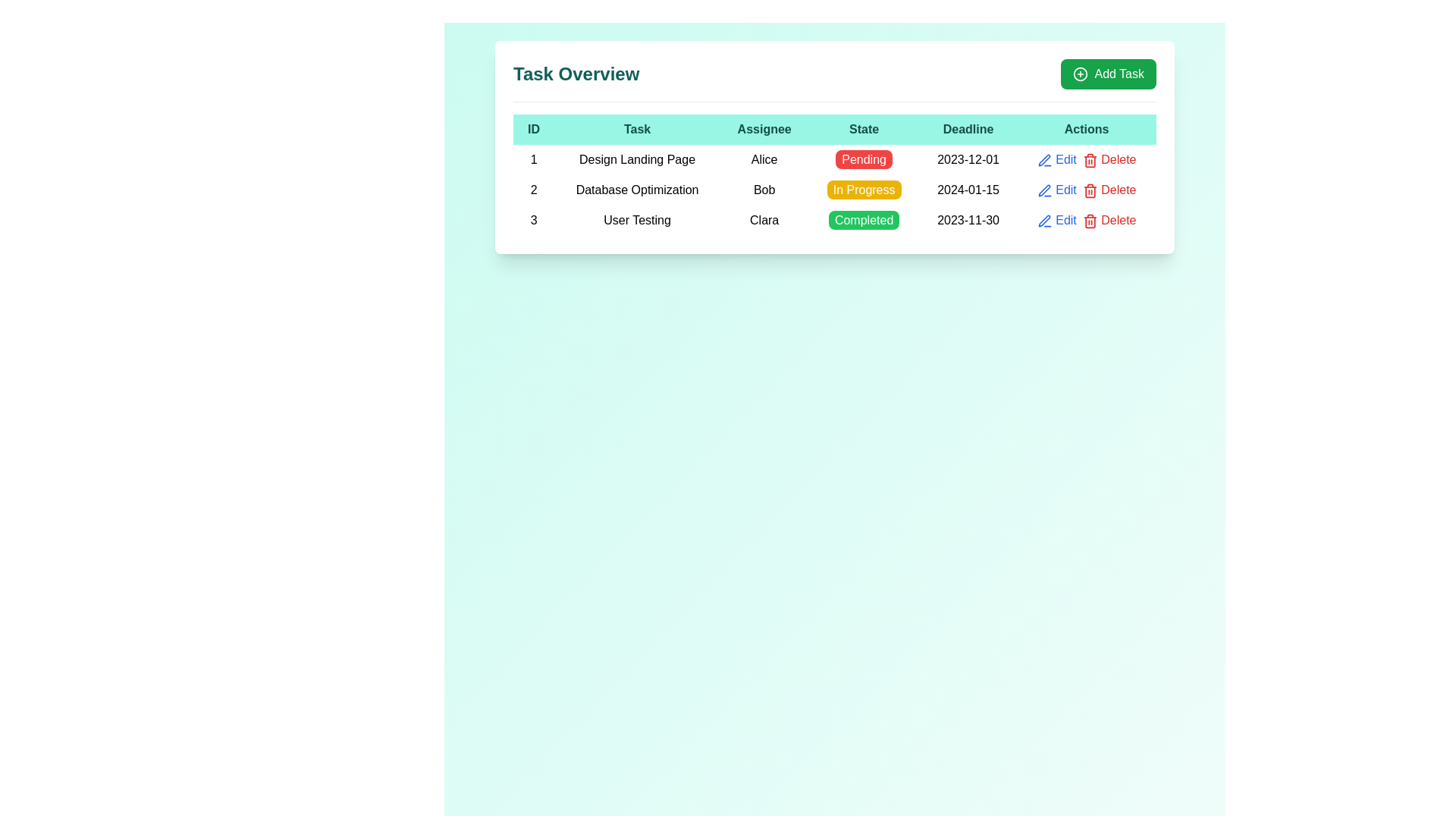 This screenshot has height=819, width=1456. What do you see at coordinates (1080, 74) in the screenshot?
I see `the circular icon within the 'Add Task' button located in the top-right corner of the task management interface` at bounding box center [1080, 74].